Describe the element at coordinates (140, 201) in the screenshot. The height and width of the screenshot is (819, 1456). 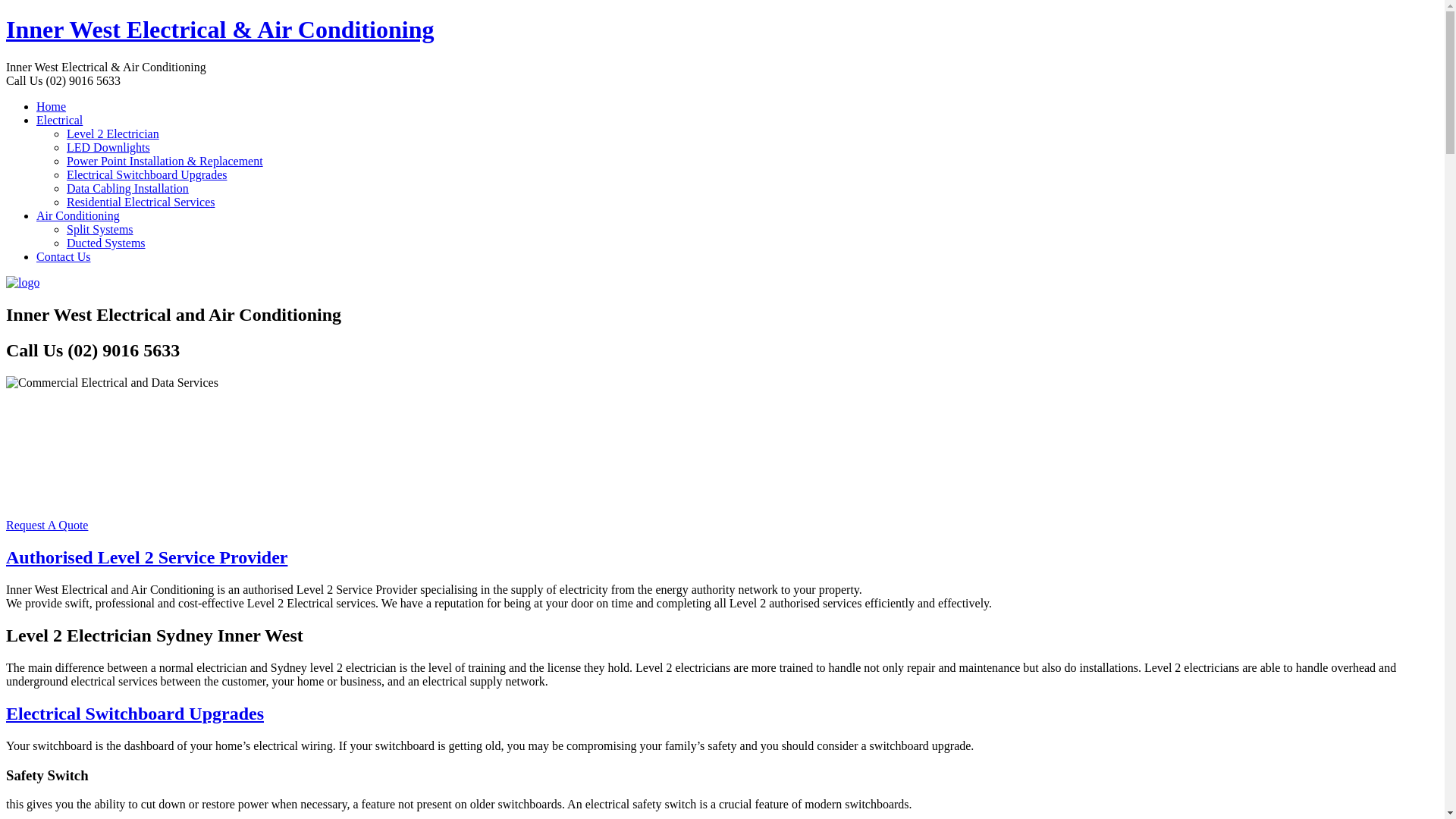
I see `'Residential Electrical Services'` at that location.